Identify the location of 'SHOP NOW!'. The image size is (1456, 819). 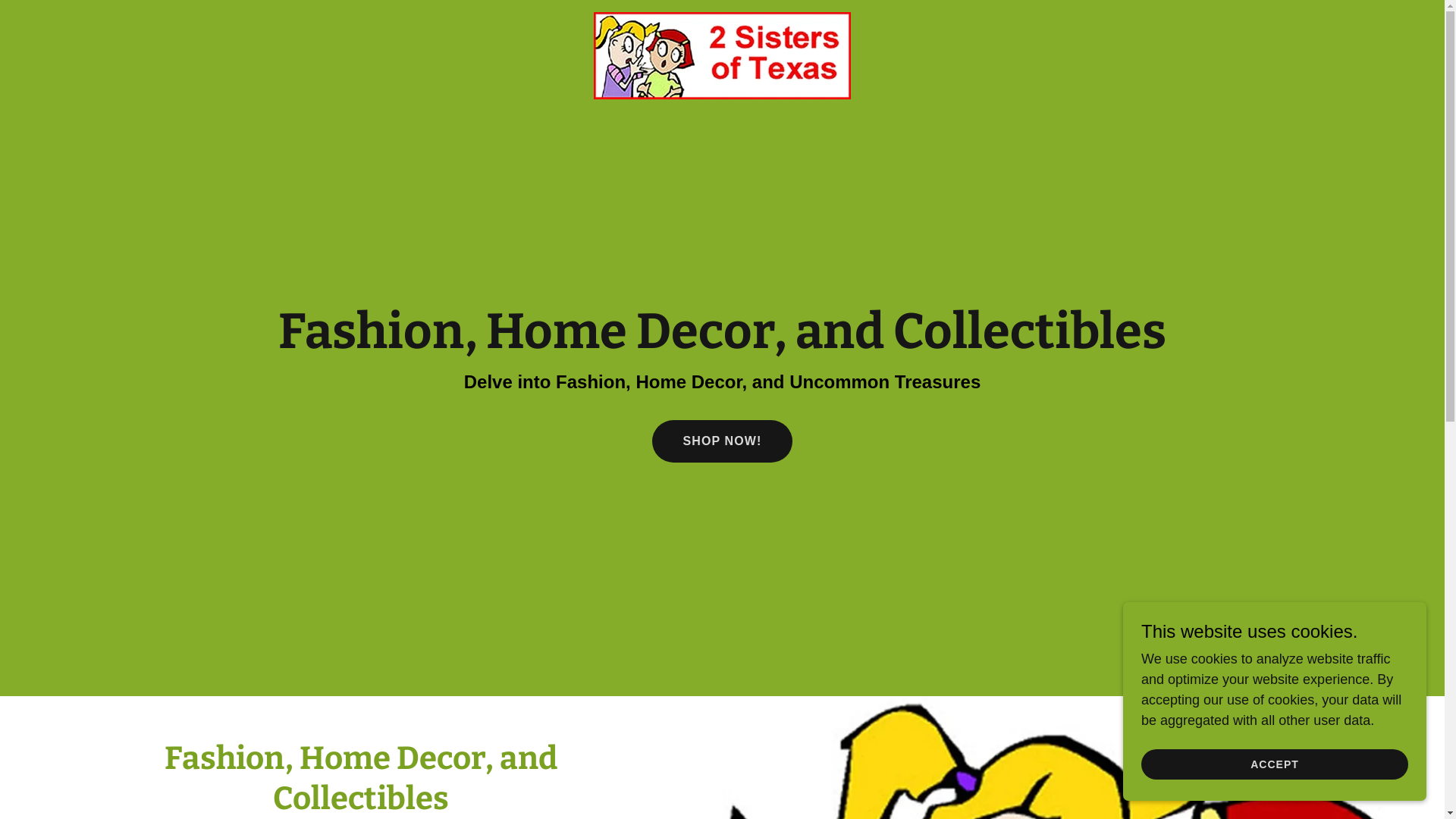
(720, 441).